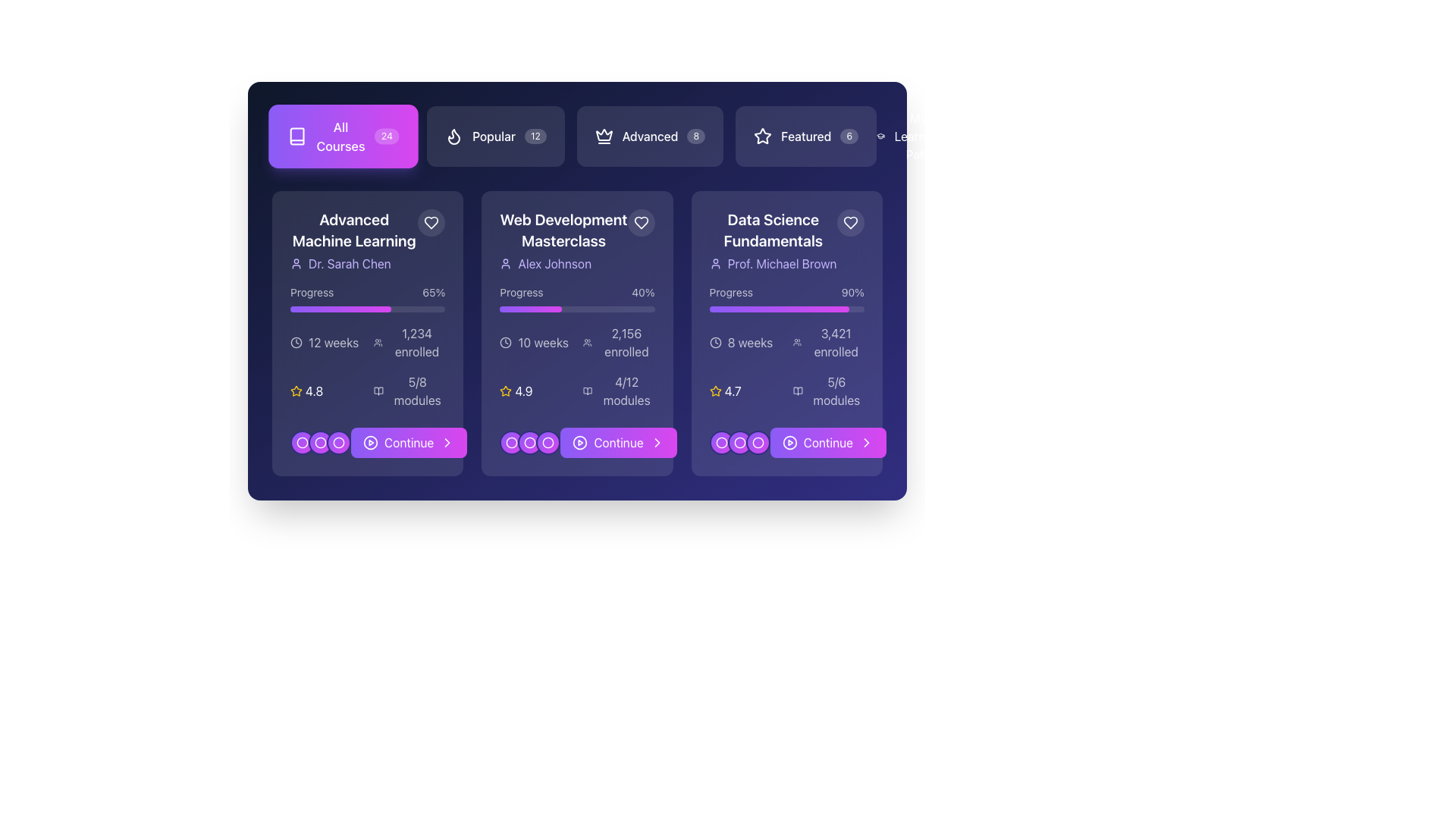  I want to click on the informational label displaying the enrollment count for the course, located in the second card of the course list, to the right of the duration information and above the course module count, so click(626, 342).